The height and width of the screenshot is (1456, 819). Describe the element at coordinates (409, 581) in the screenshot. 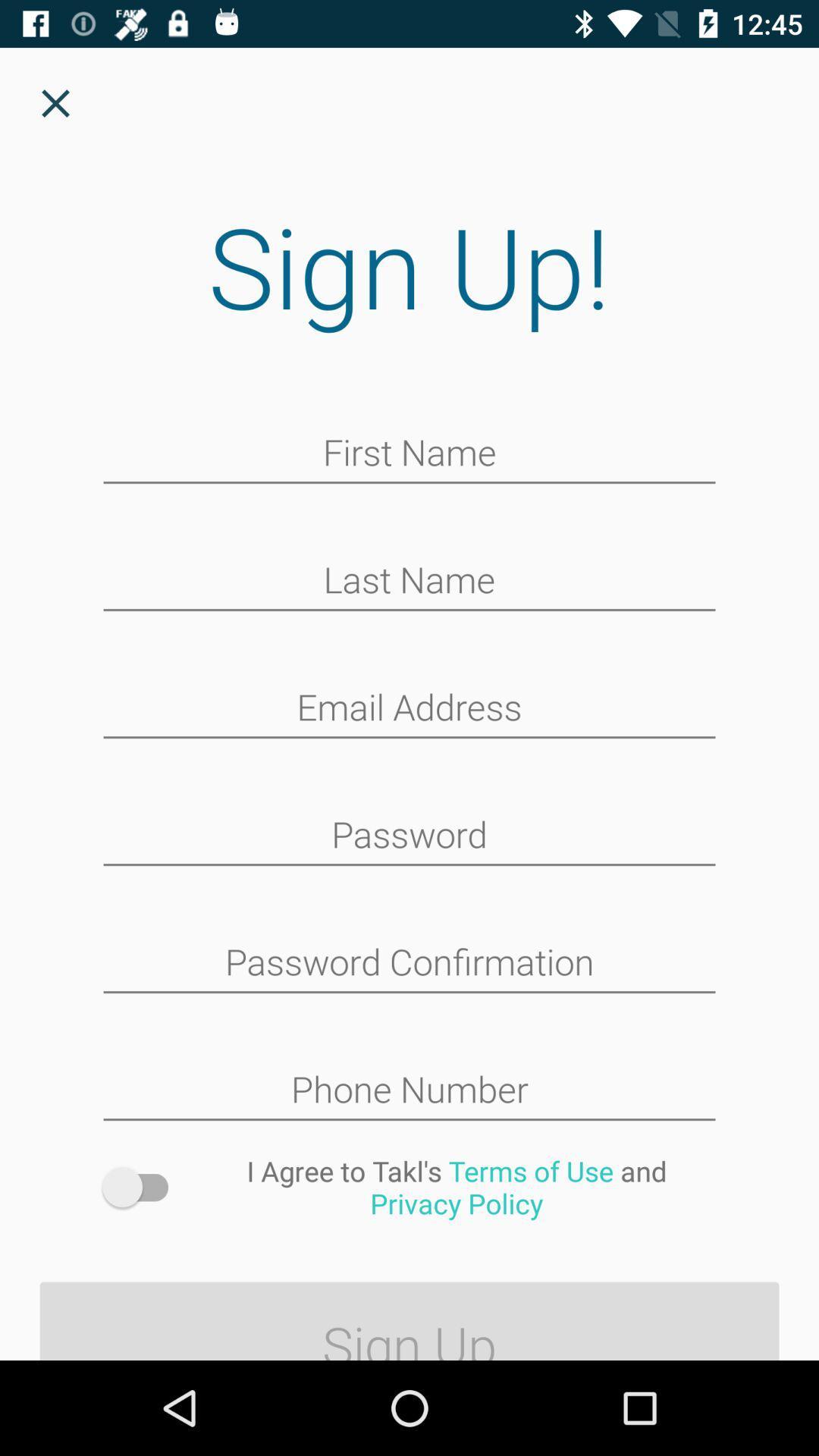

I see `your last name` at that location.